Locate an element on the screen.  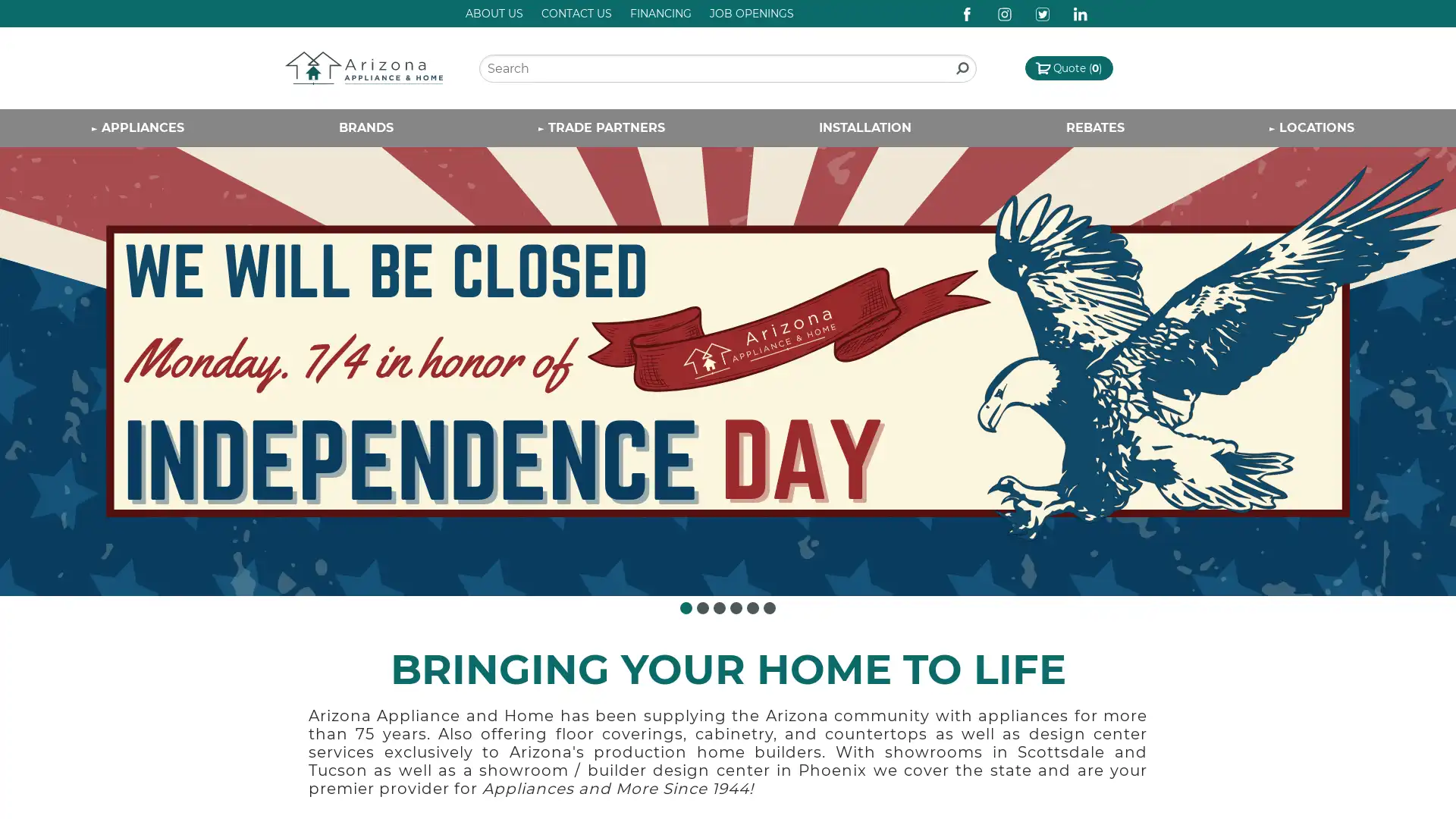
Close is located at coordinates (949, 271).